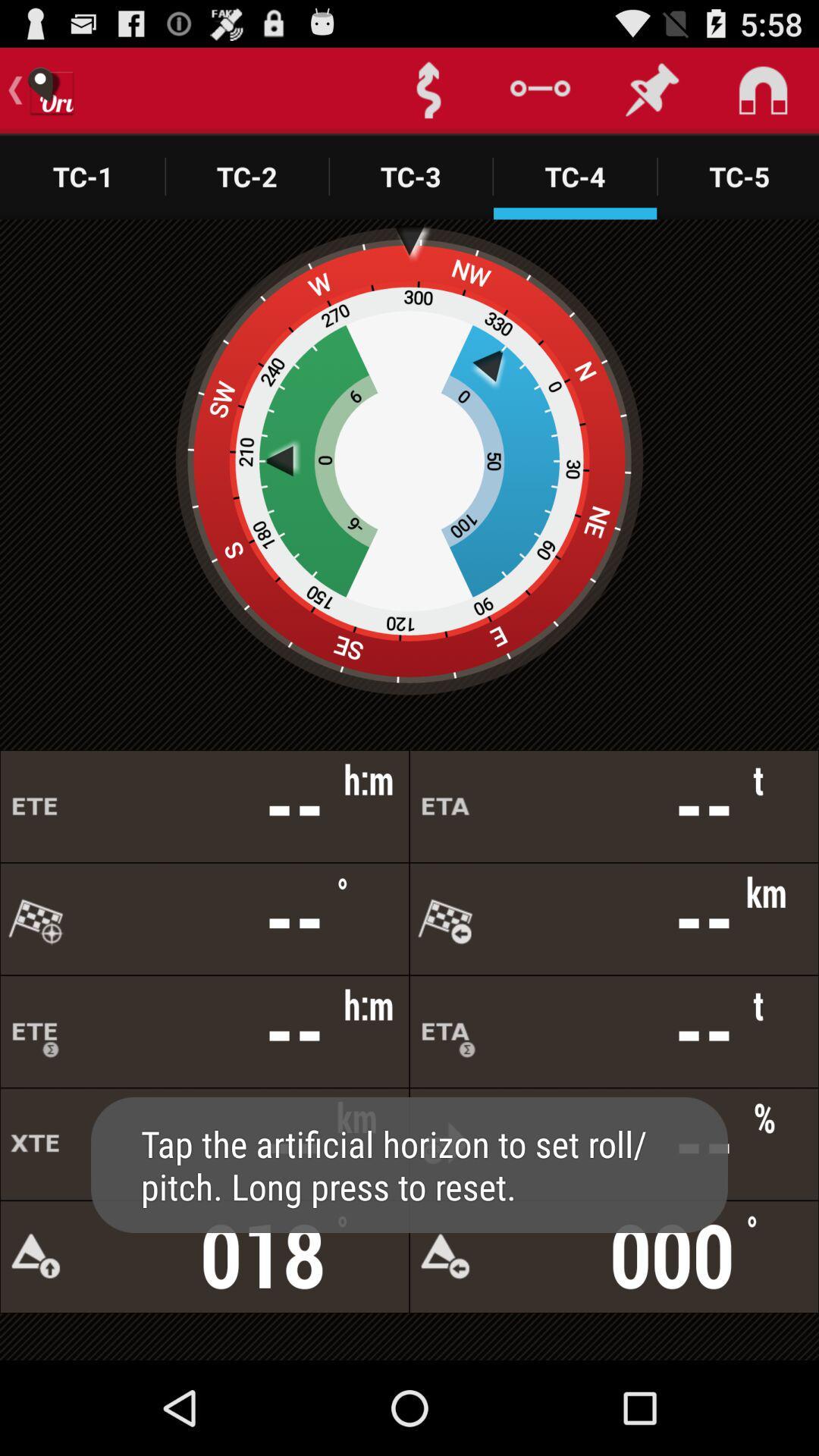  Describe the element at coordinates (651, 89) in the screenshot. I see `the second pin icon from top right side` at that location.